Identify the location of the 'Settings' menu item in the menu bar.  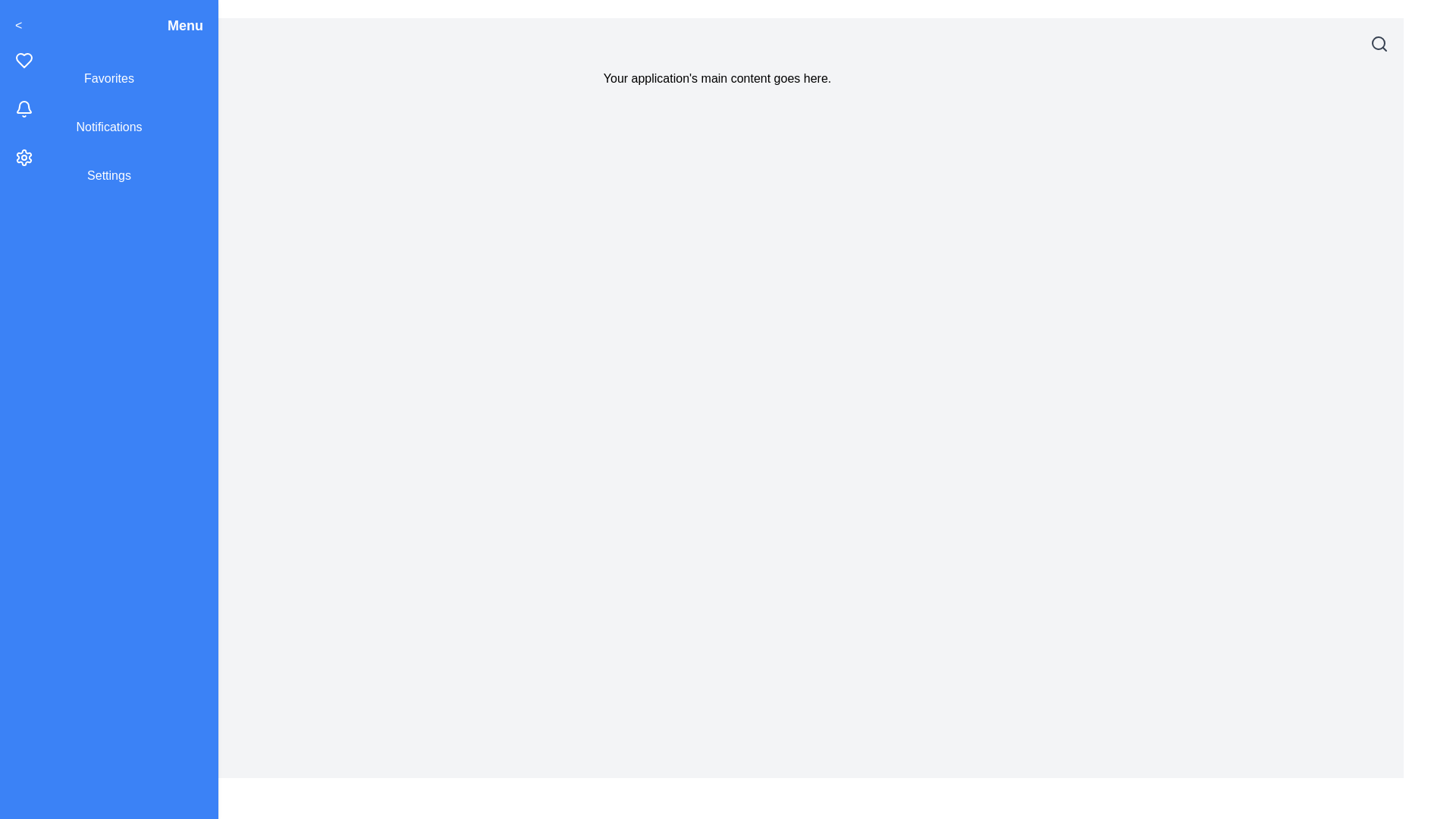
(108, 166).